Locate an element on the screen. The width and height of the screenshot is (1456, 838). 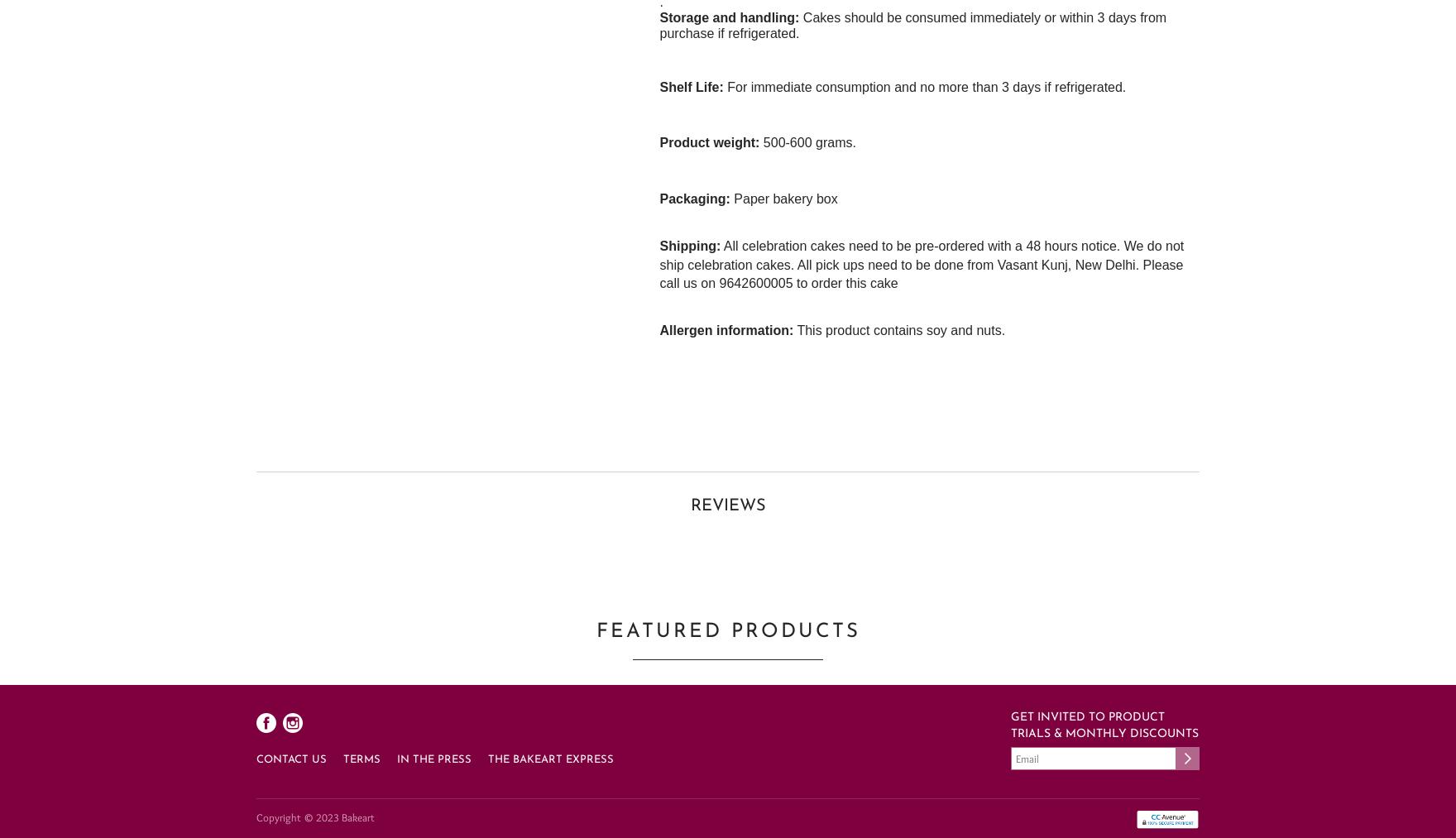
'Product weight:' is located at coordinates (708, 142).